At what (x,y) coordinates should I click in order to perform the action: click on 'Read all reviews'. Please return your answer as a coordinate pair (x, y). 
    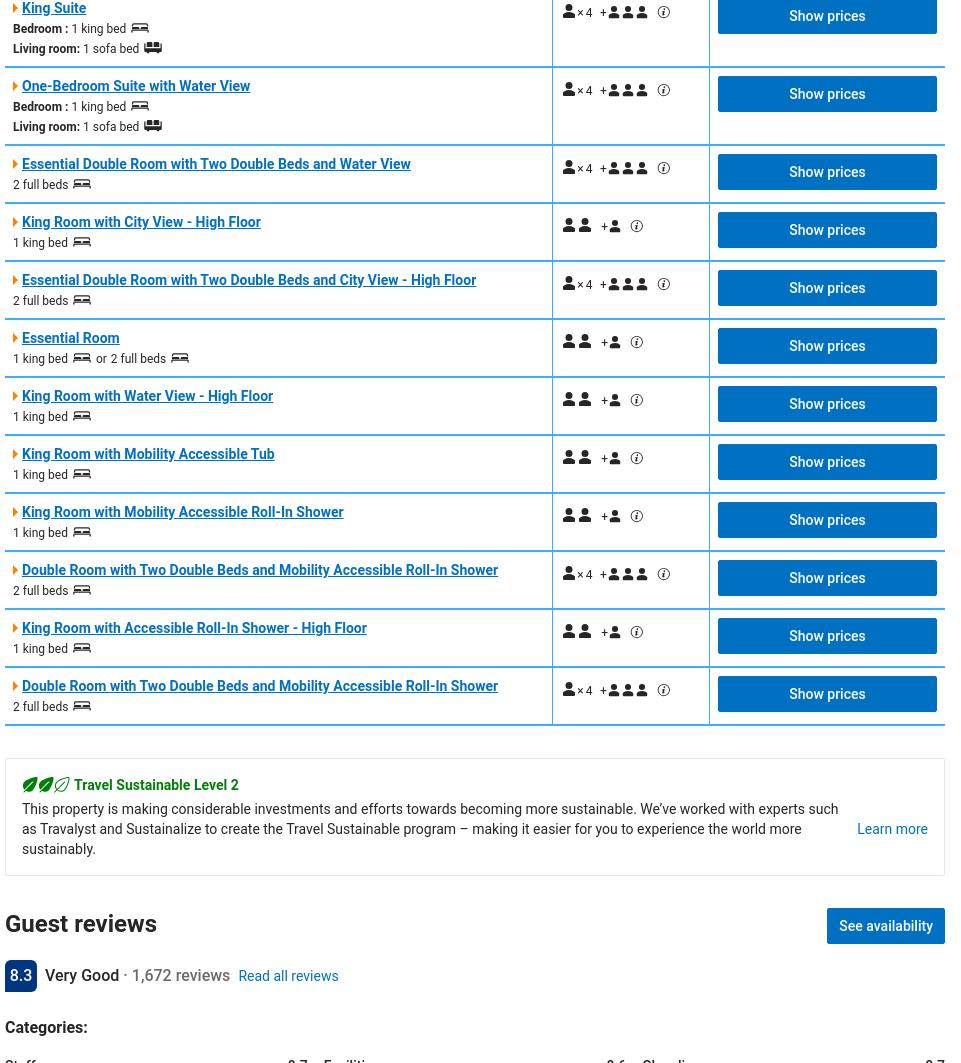
    Looking at the image, I should click on (288, 973).